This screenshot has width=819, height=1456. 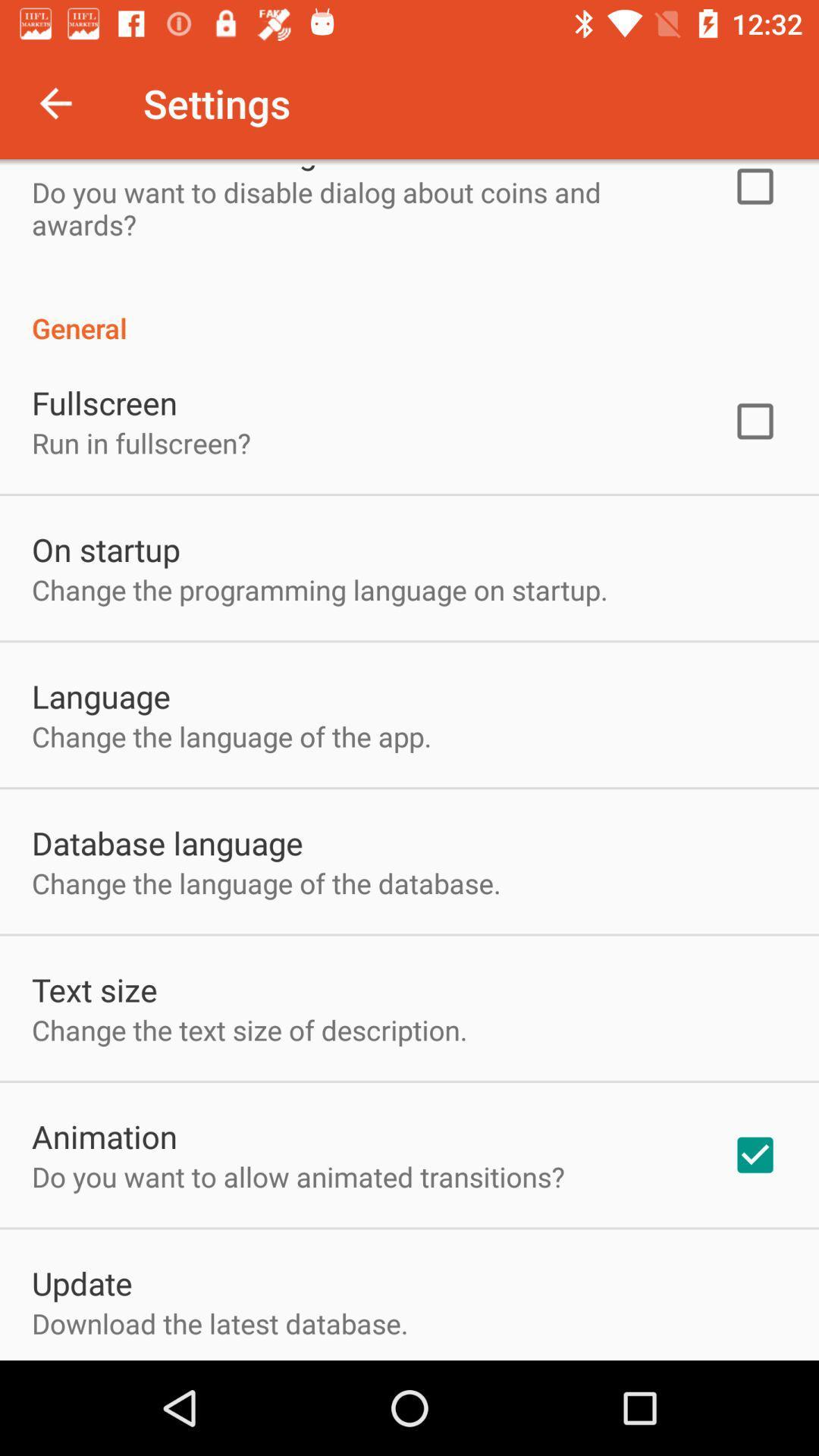 I want to click on the animation icon, so click(x=104, y=1136).